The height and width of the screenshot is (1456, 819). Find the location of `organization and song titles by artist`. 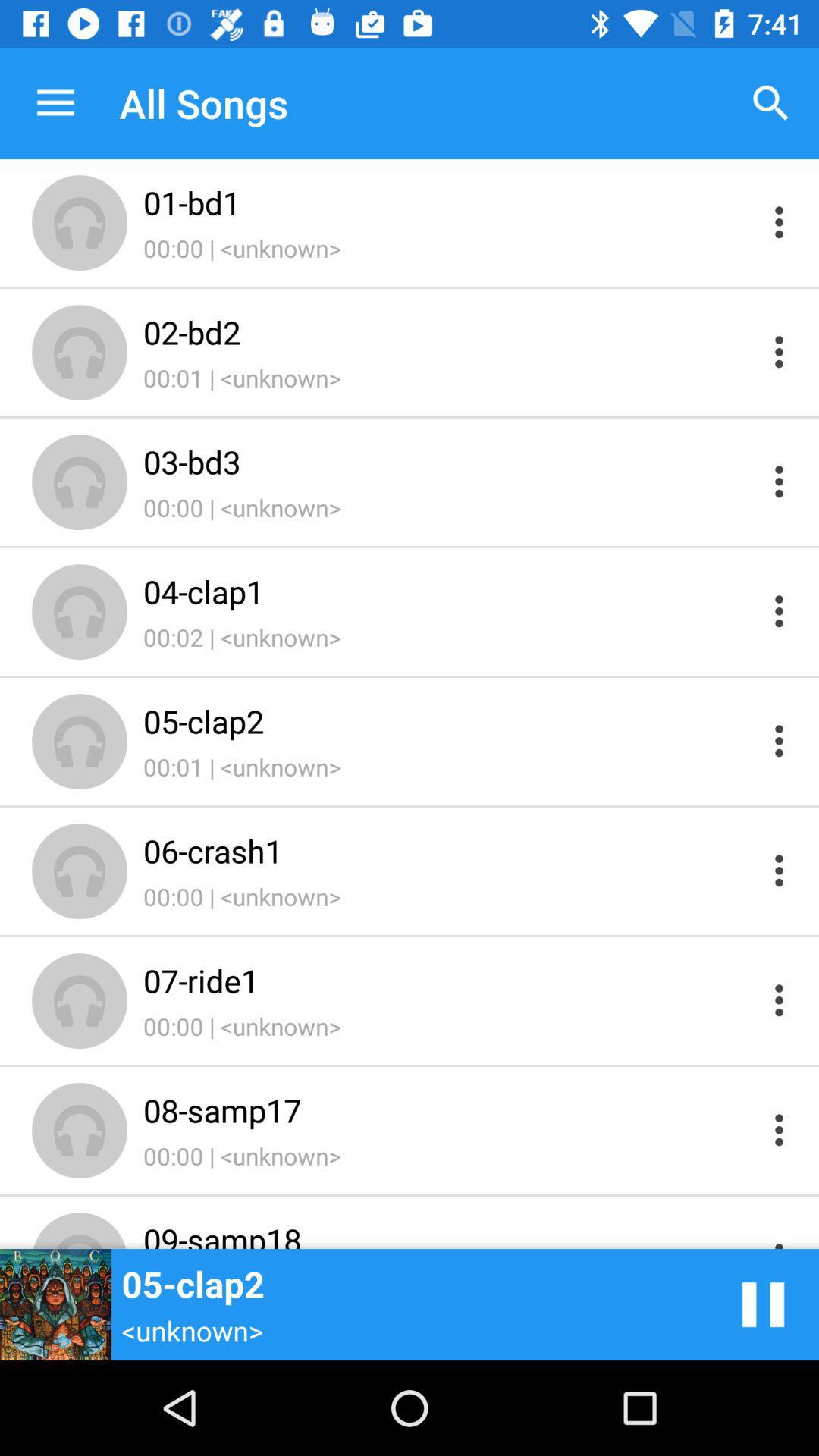

organization and song titles by artist is located at coordinates (779, 351).